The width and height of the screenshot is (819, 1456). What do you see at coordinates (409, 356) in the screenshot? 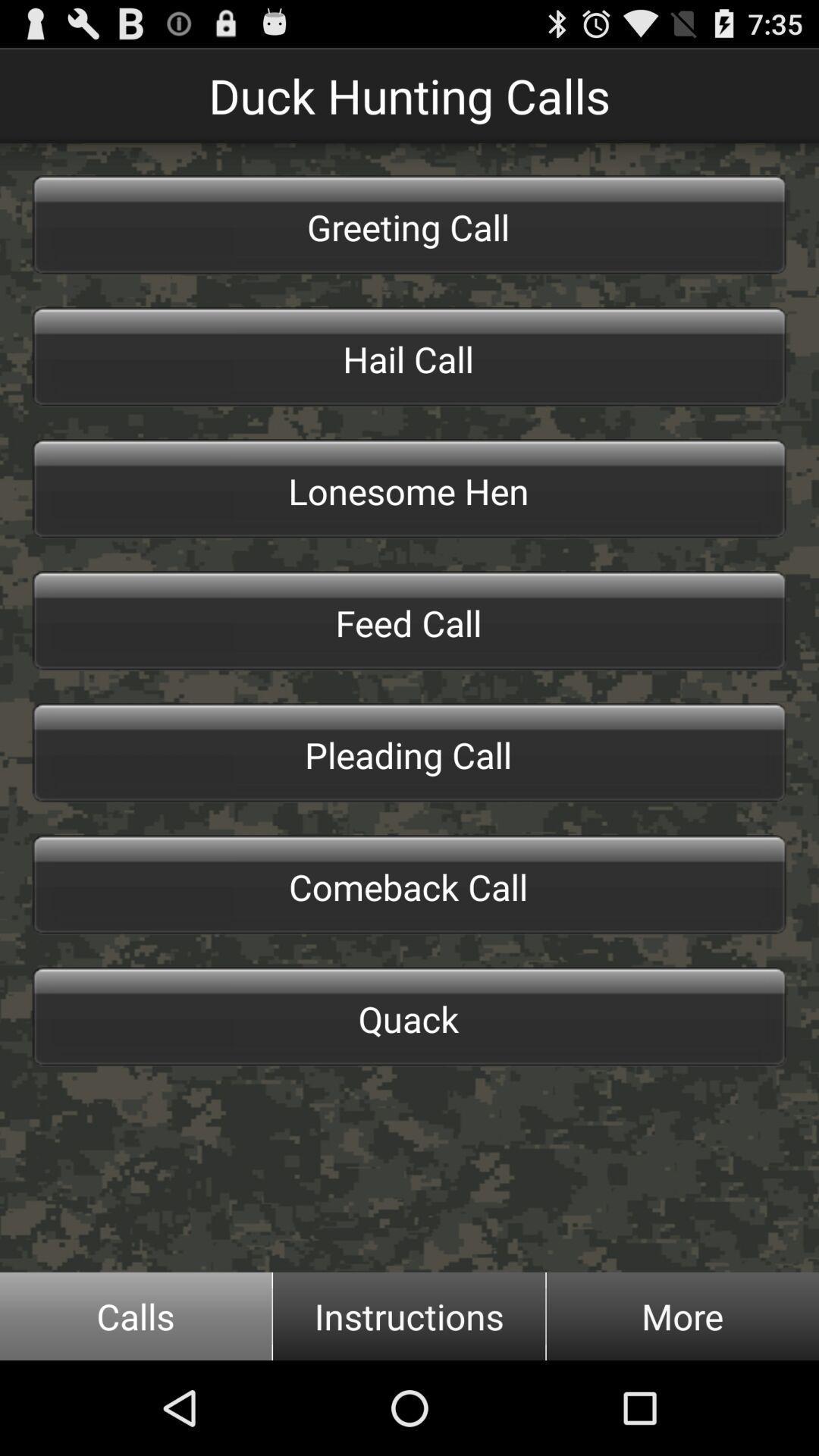
I see `the icon below the greeting call icon` at bounding box center [409, 356].